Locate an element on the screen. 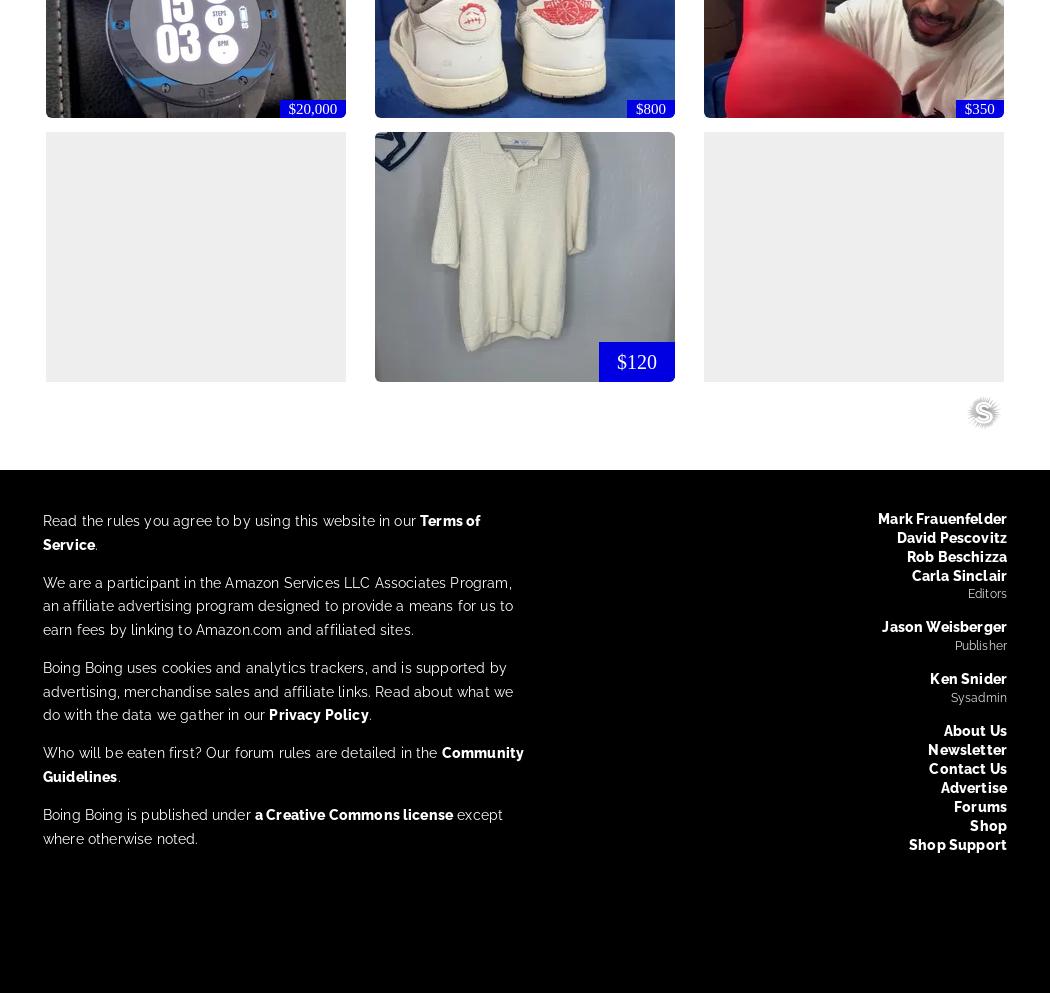  'About Us' is located at coordinates (975, 731).